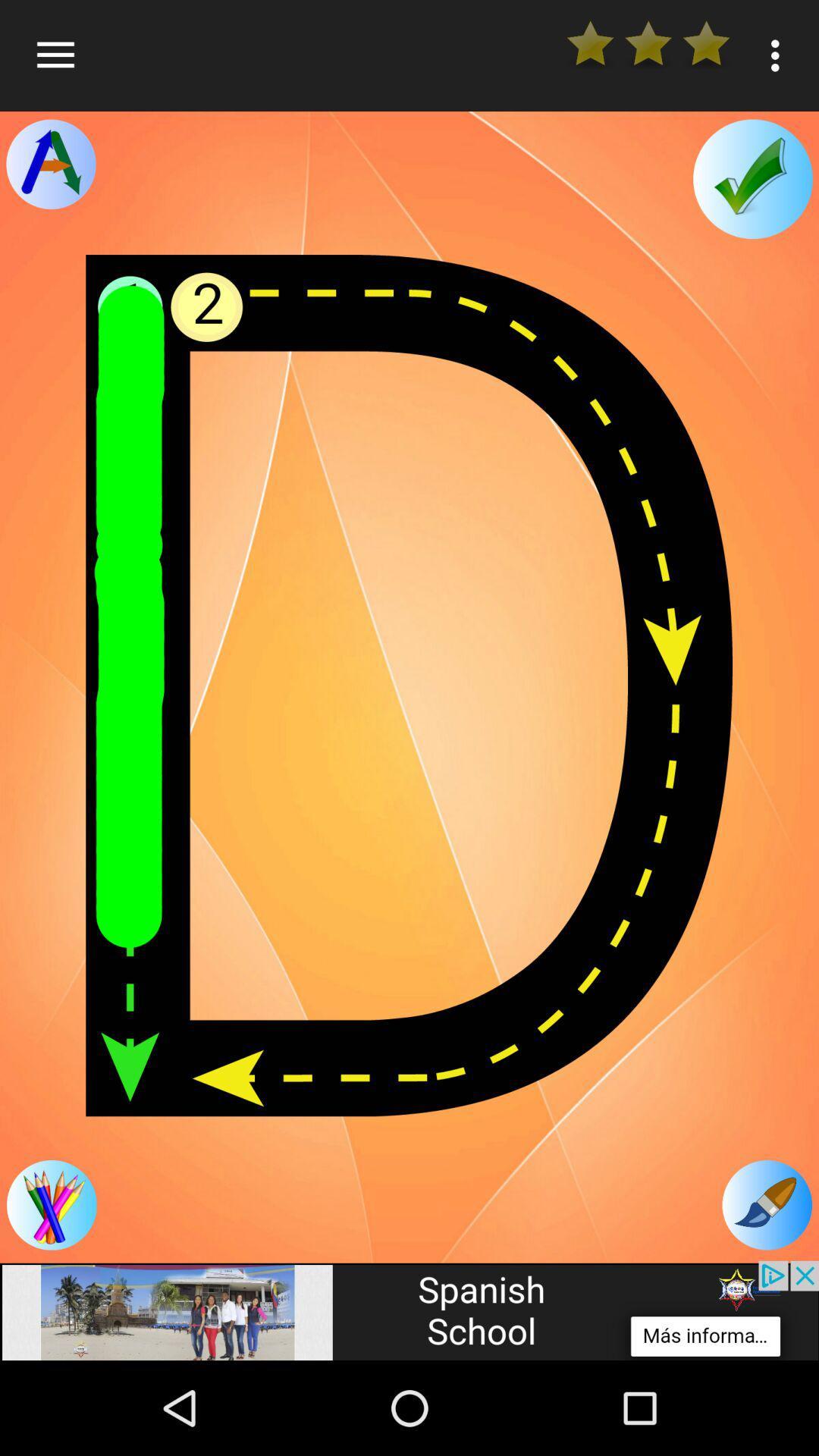 The height and width of the screenshot is (1456, 819). Describe the element at coordinates (752, 179) in the screenshot. I see `click check mark` at that location.